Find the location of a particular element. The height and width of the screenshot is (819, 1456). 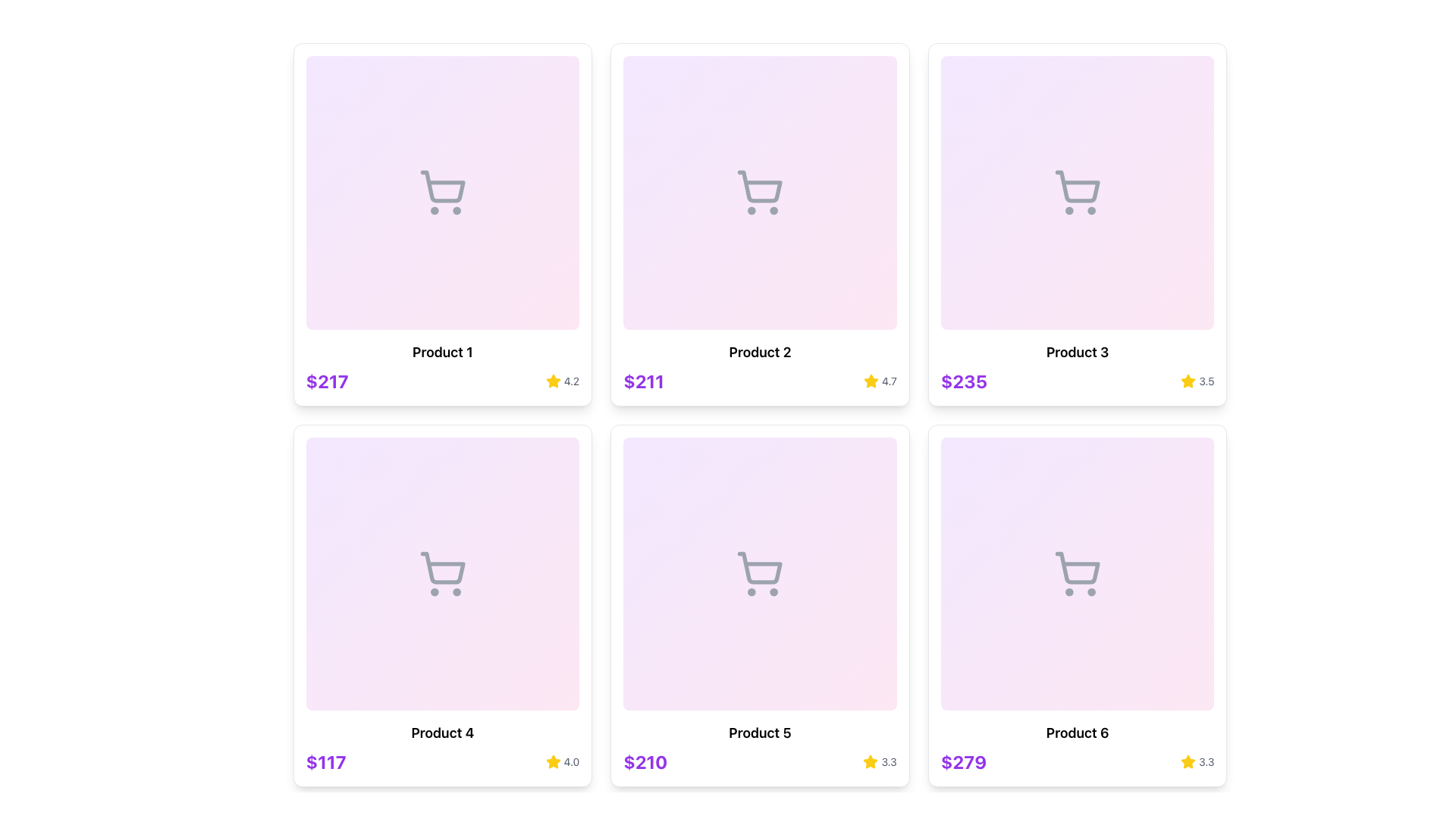

the shopping cart icon located at the top center of the 'Product 2' card is located at coordinates (760, 186).